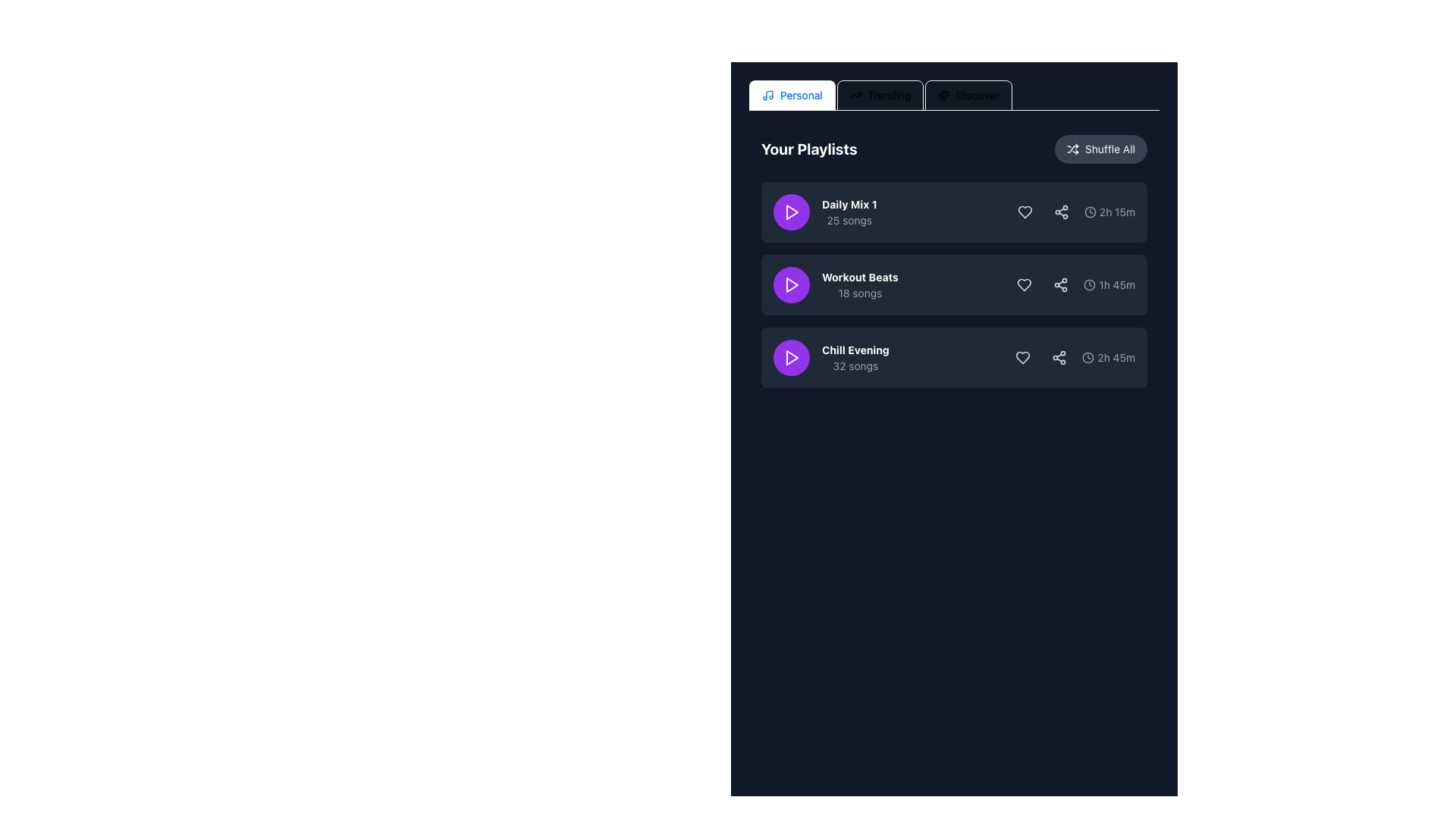  I want to click on the heart-shaped icon that signifies a favorite or like action, located next to the 'Workout Beats' playlist, so click(1025, 284).